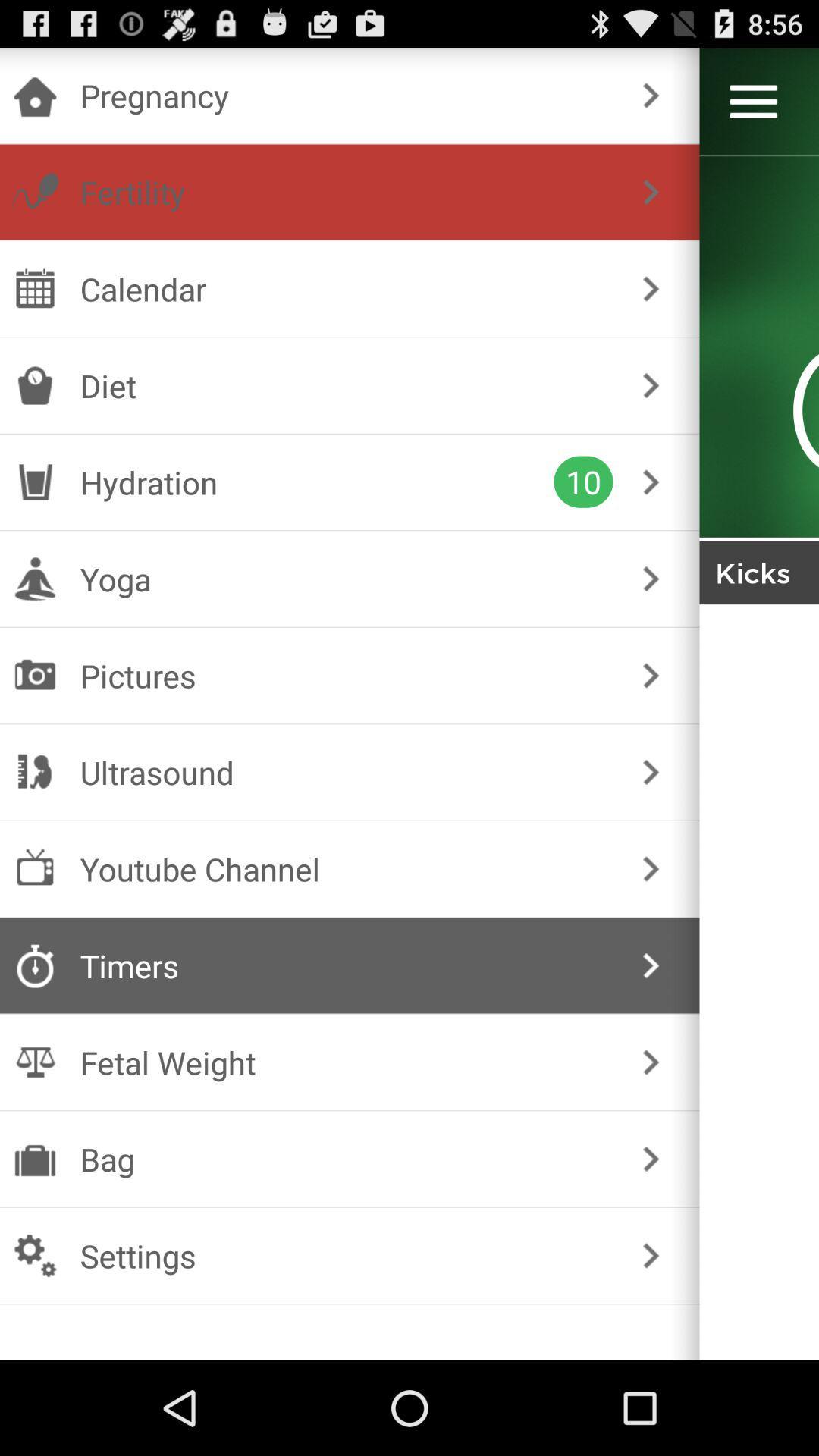  What do you see at coordinates (347, 772) in the screenshot?
I see `icon above youtube channel` at bounding box center [347, 772].